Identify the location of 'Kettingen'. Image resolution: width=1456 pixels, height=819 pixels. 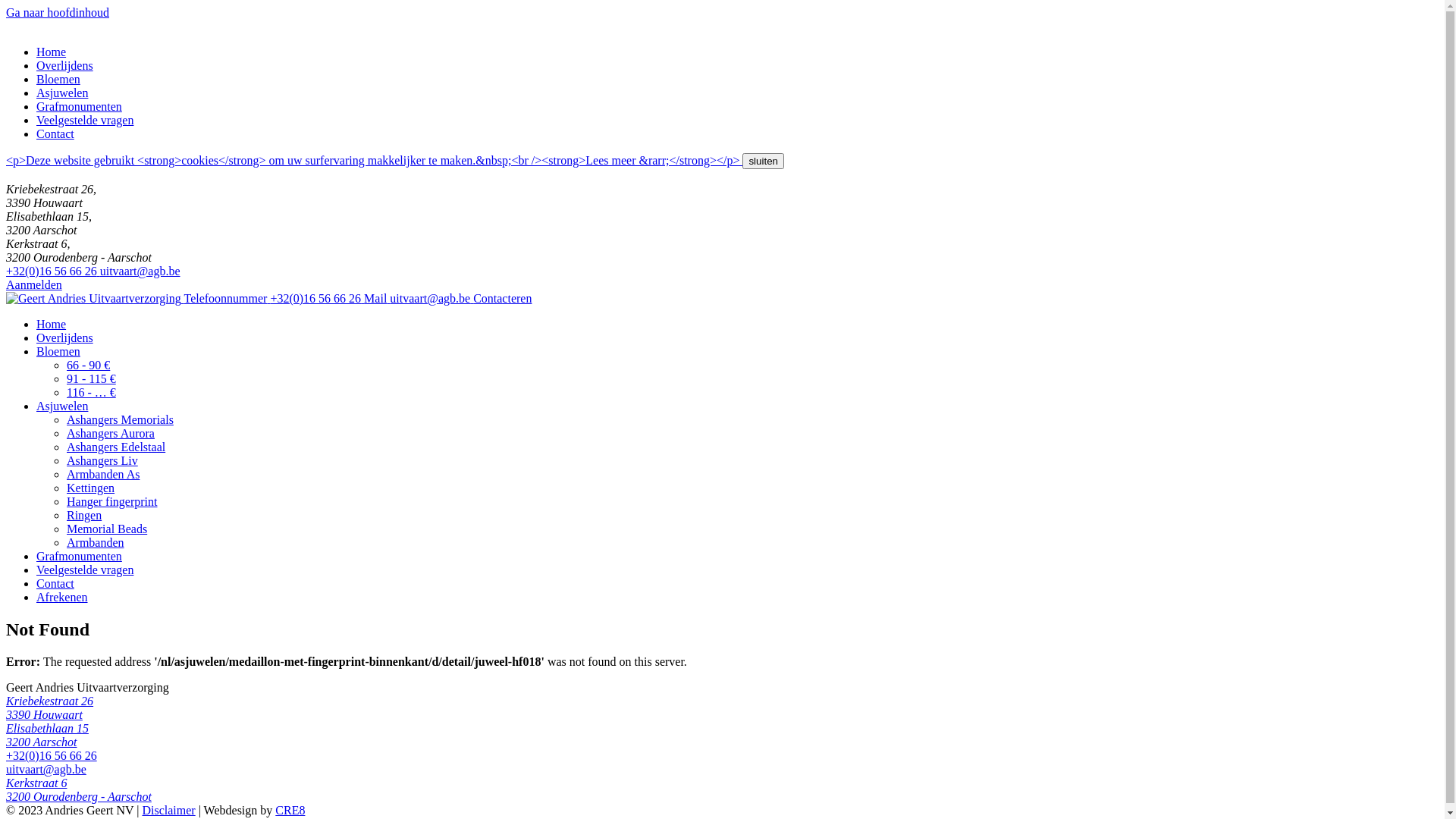
(65, 488).